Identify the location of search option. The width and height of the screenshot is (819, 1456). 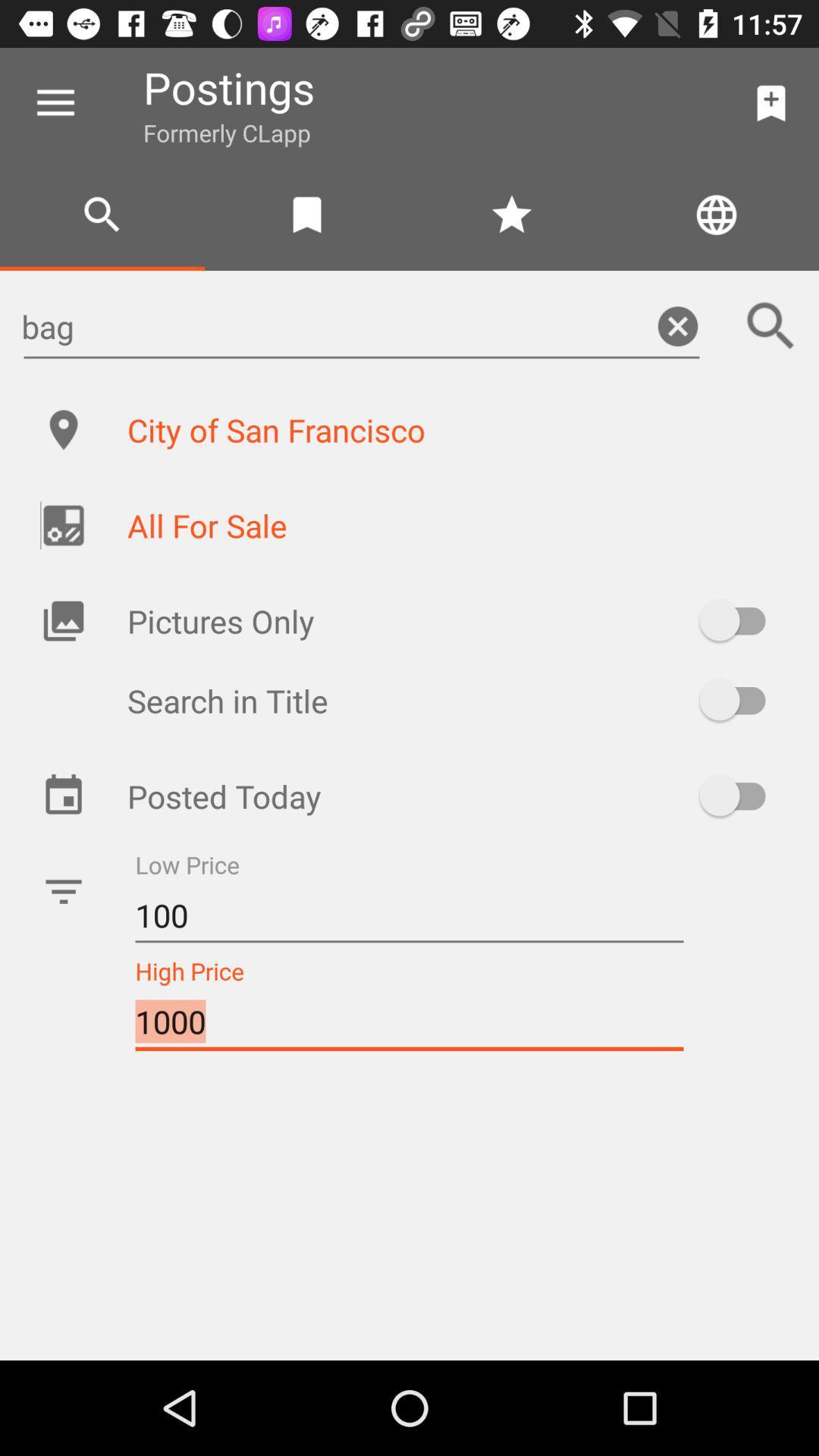
(771, 325).